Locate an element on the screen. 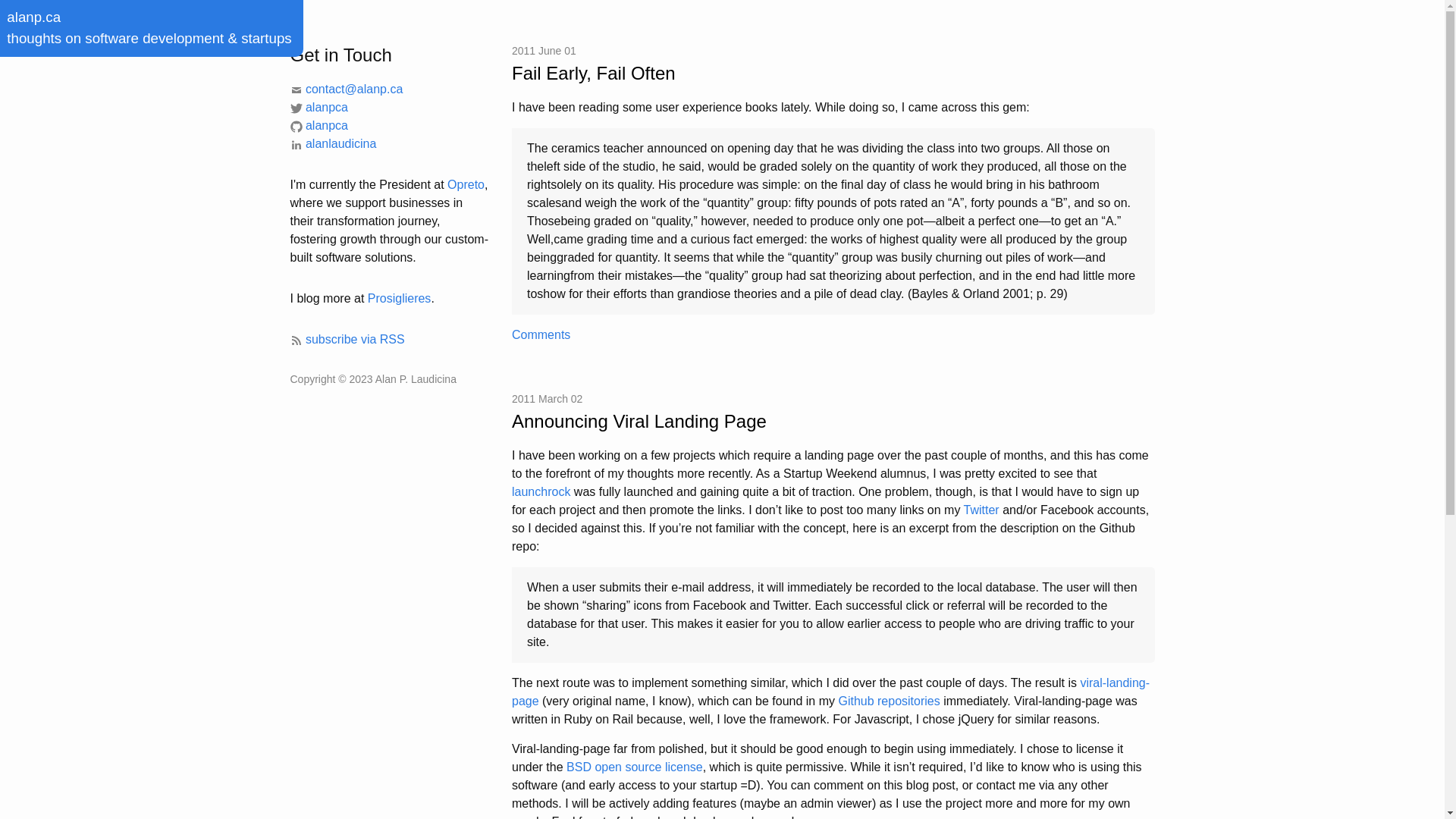 The image size is (1456, 819). 'Opreto' is located at coordinates (465, 184).